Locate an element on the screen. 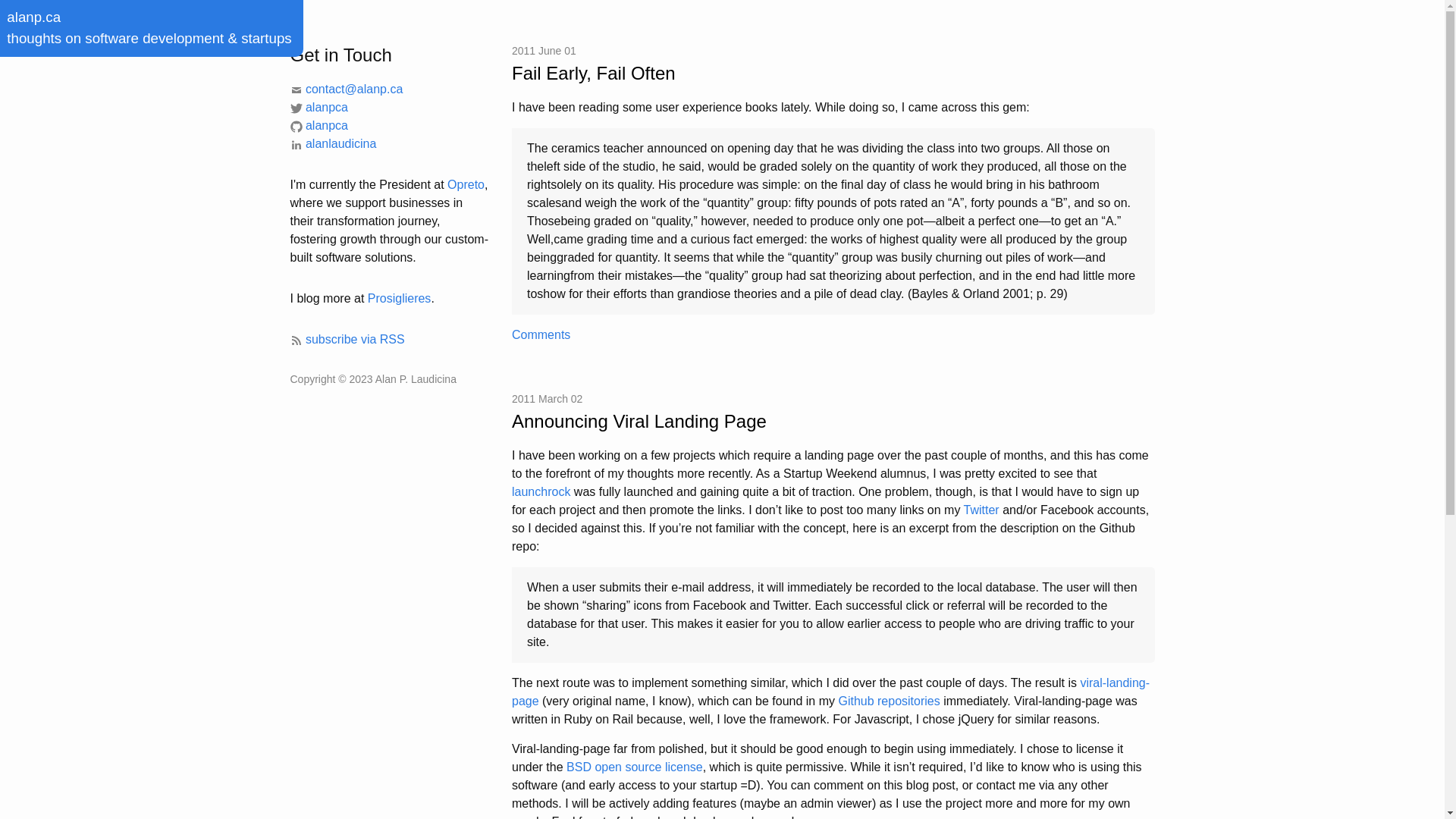 The image size is (1456, 819). 'Opreto' is located at coordinates (465, 184).